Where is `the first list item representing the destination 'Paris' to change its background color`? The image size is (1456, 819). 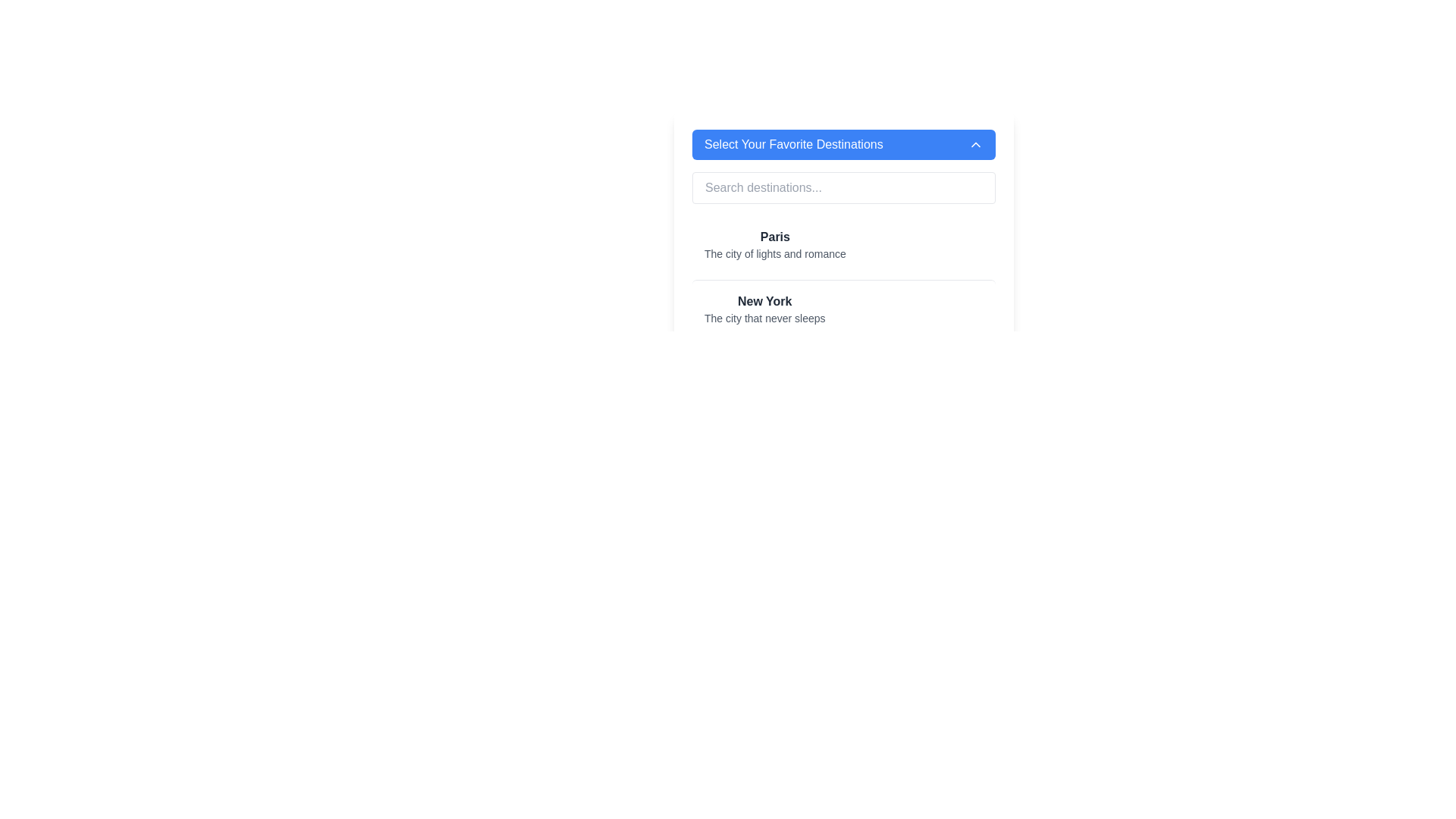
the first list item representing the destination 'Paris' to change its background color is located at coordinates (843, 244).